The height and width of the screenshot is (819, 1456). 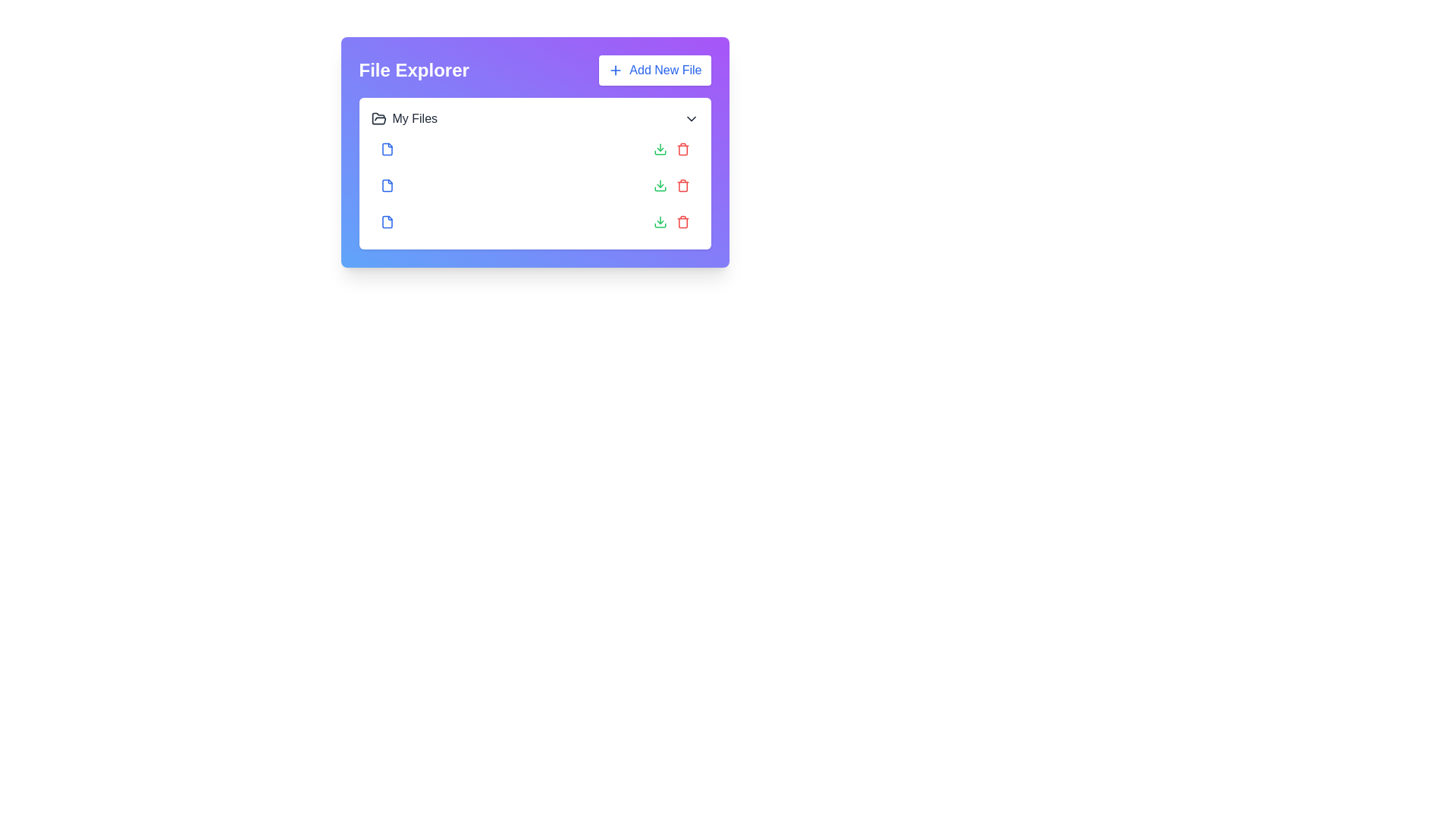 I want to click on the trash can icon for deleting files in the file management interface, located in the rightmost column of the action row beneath the 'Add New File' button, so click(x=682, y=186).